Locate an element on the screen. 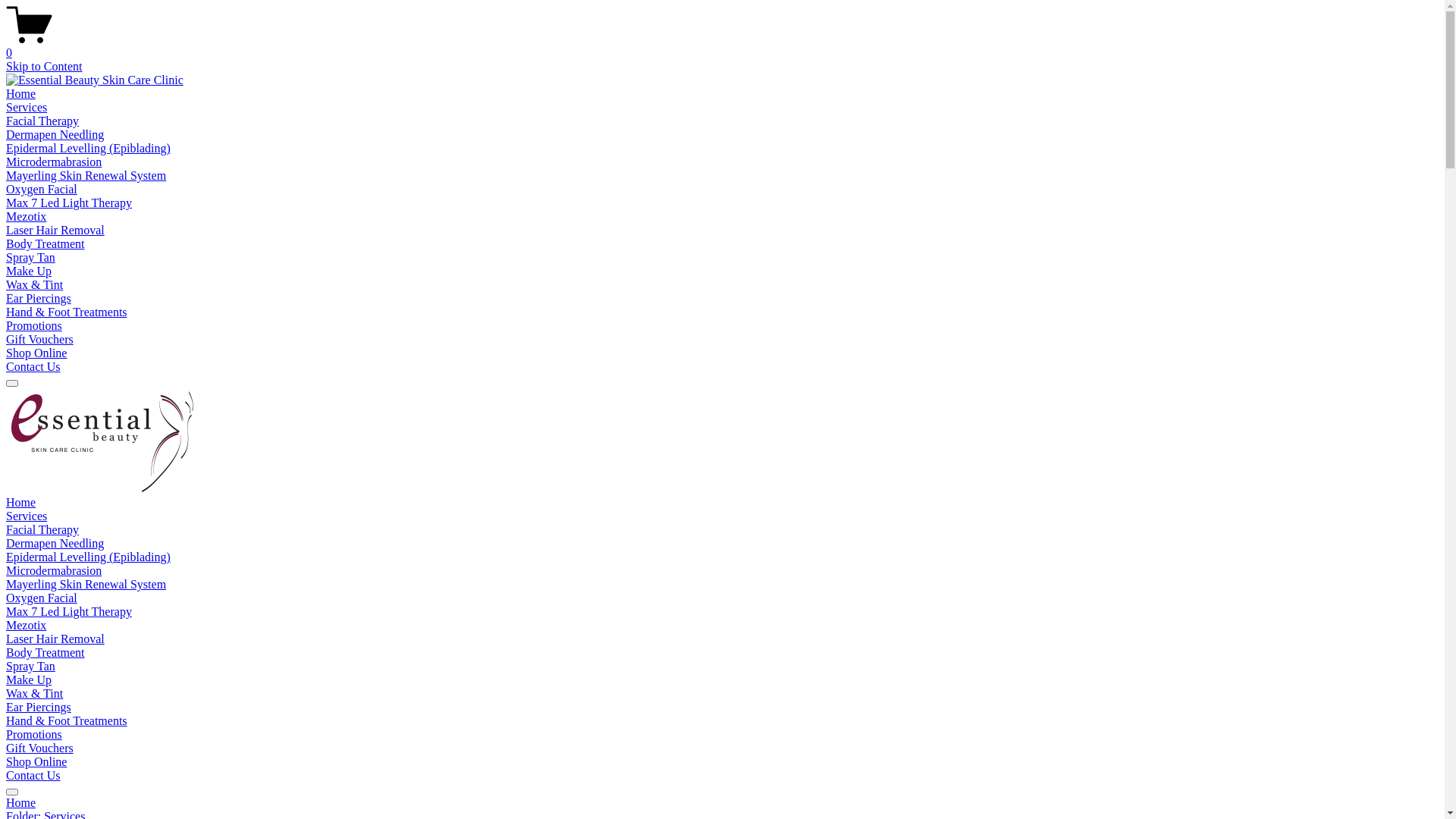 Image resolution: width=1456 pixels, height=819 pixels. 'Oxygen Facial' is located at coordinates (41, 188).